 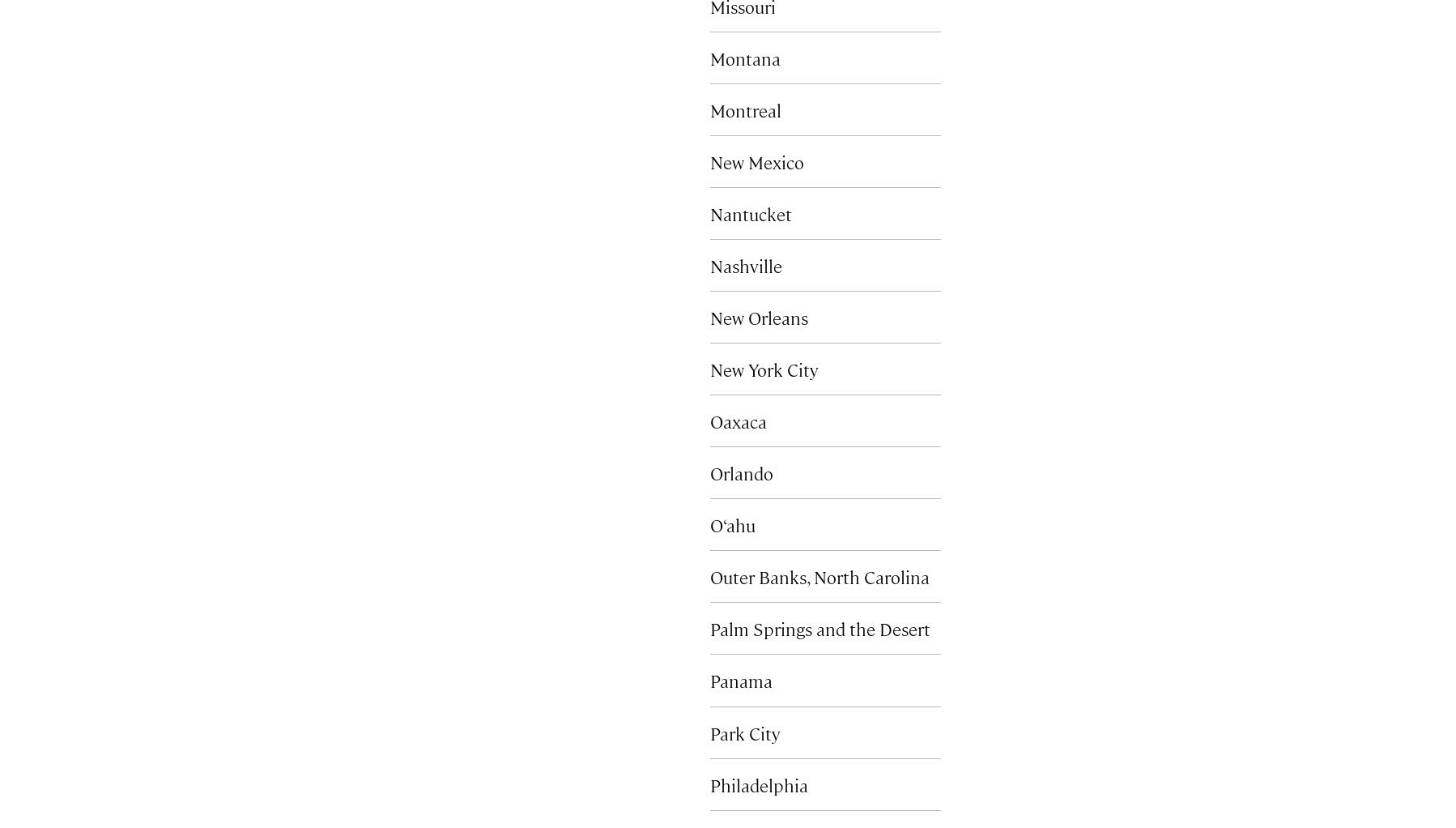 What do you see at coordinates (710, 57) in the screenshot?
I see `'Montana'` at bounding box center [710, 57].